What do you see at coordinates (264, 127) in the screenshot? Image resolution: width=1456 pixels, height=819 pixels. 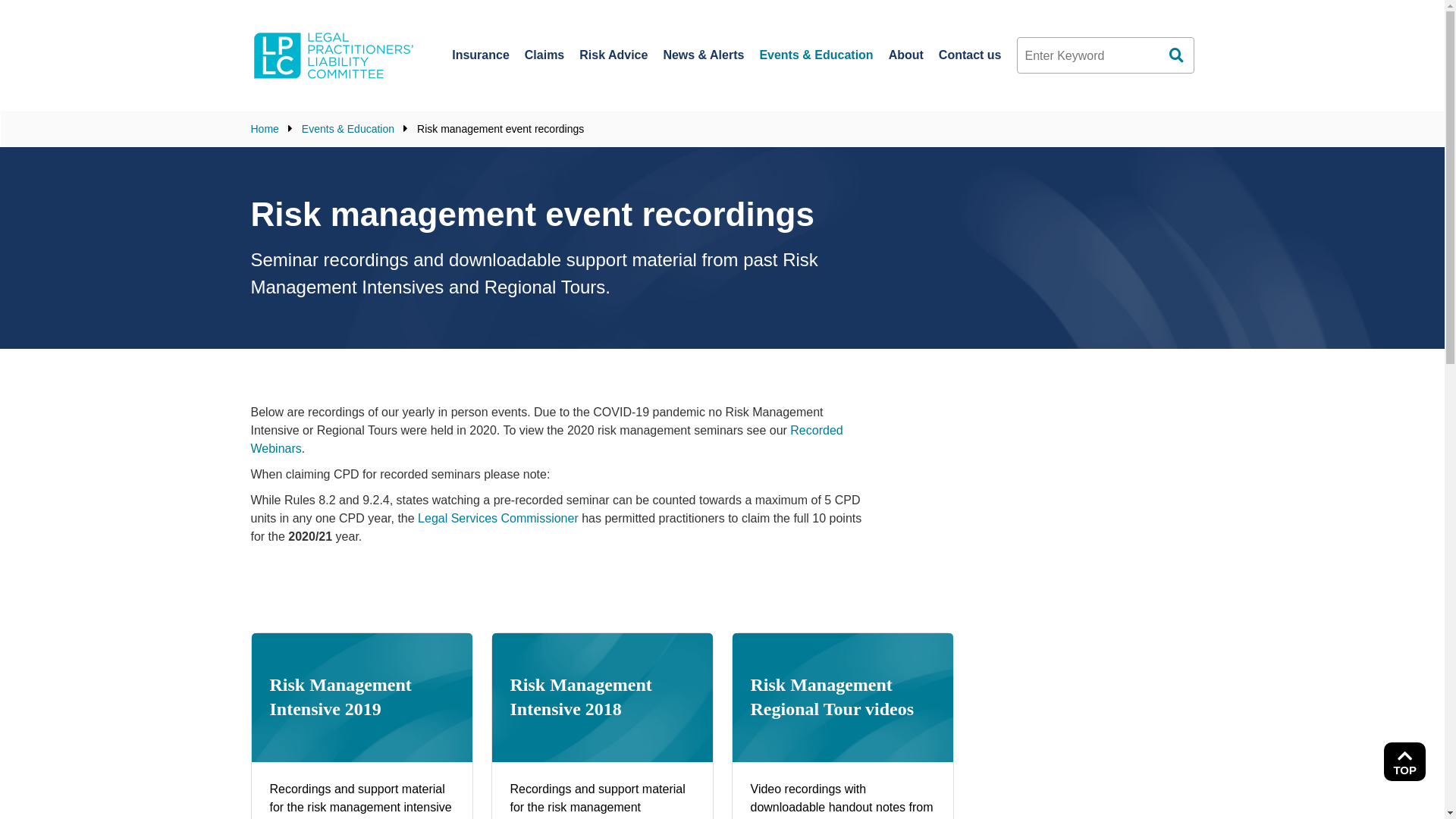 I see `'Home'` at bounding box center [264, 127].